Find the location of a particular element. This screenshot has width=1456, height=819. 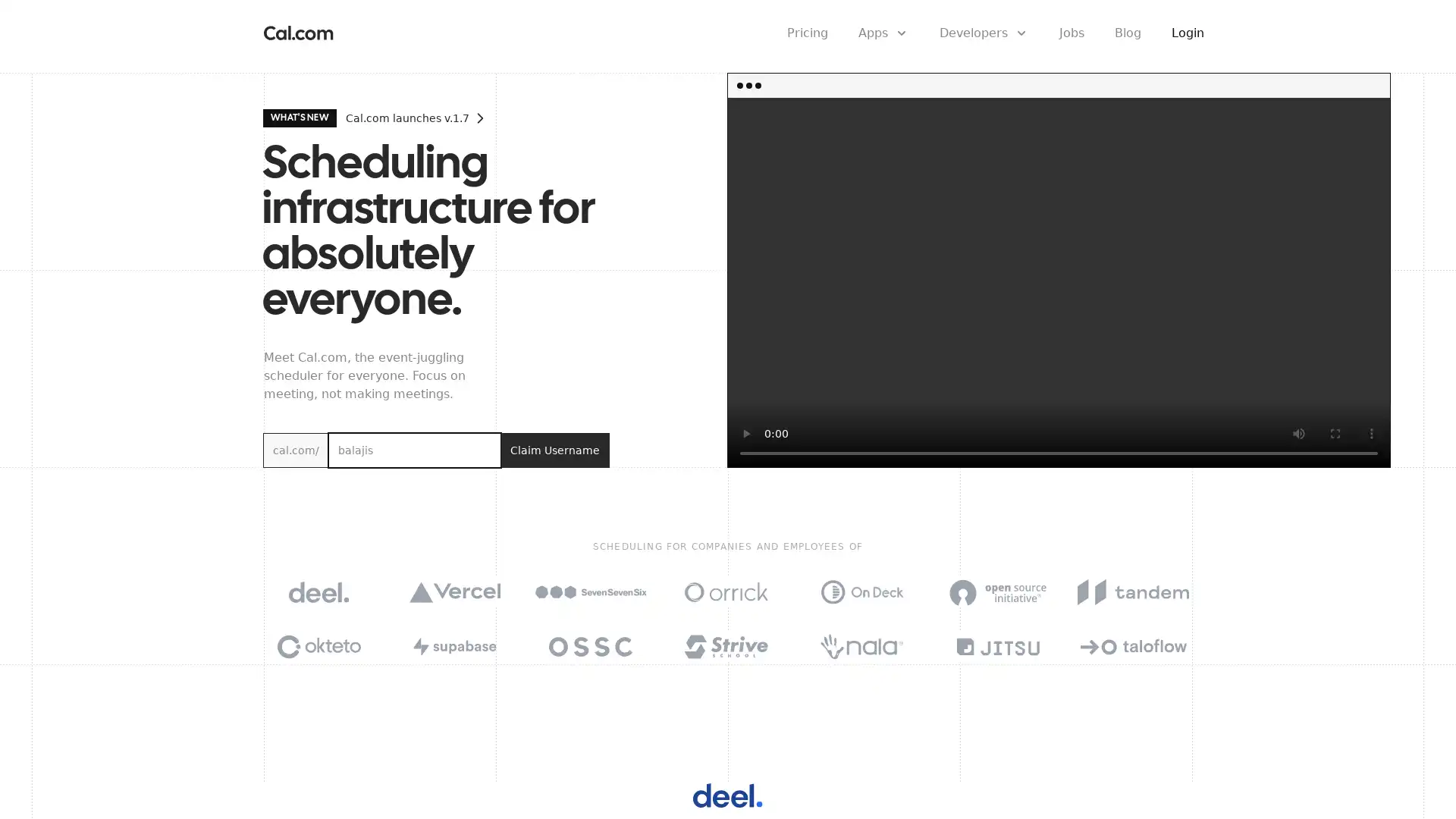

Claim Username is located at coordinates (554, 450).